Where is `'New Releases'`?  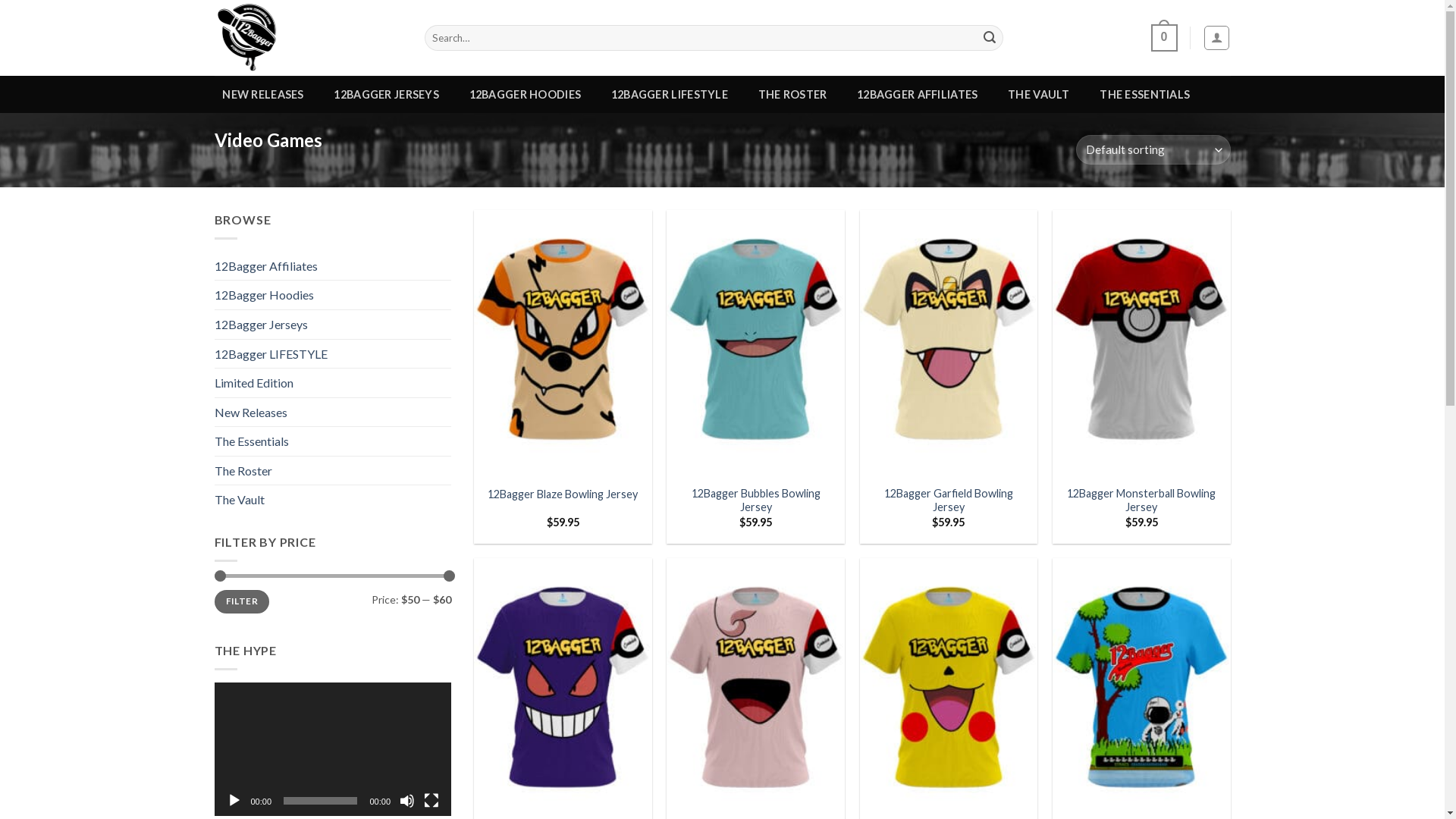
'New Releases' is located at coordinates (213, 412).